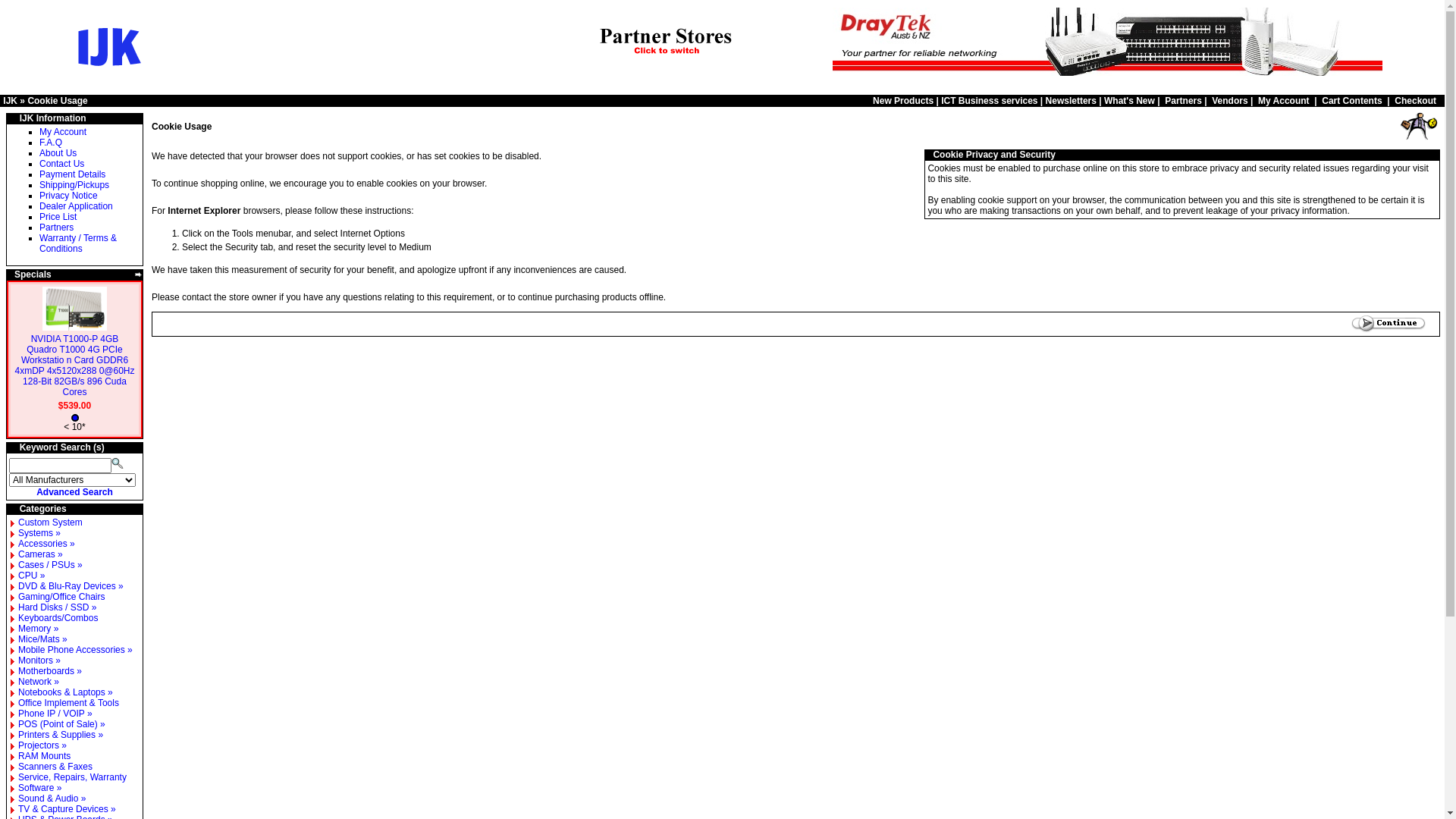 The height and width of the screenshot is (819, 1456). What do you see at coordinates (73, 184) in the screenshot?
I see `'Shipping/Pickups'` at bounding box center [73, 184].